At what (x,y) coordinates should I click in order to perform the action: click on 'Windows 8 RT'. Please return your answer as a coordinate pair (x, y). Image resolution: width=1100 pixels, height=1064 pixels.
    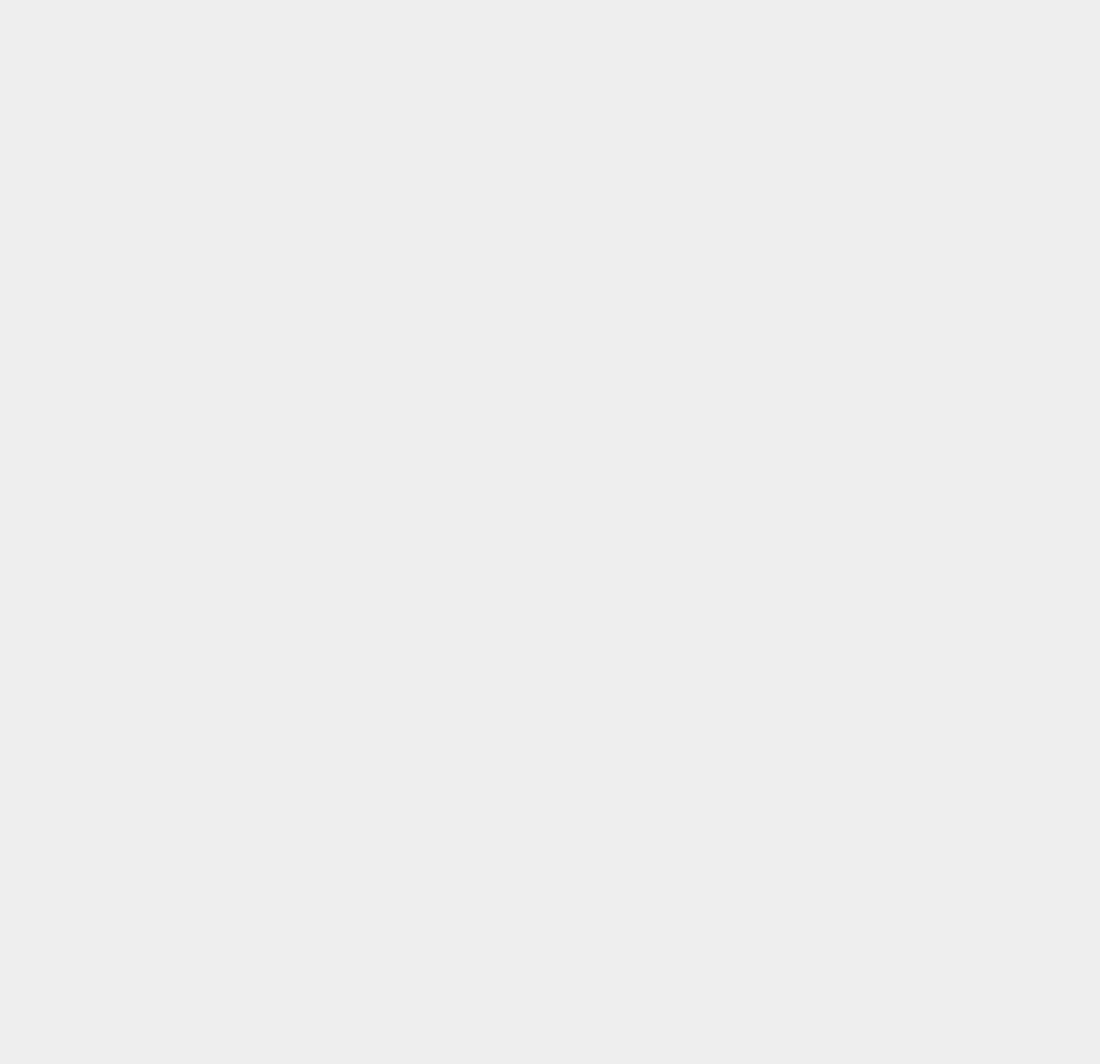
    Looking at the image, I should click on (821, 476).